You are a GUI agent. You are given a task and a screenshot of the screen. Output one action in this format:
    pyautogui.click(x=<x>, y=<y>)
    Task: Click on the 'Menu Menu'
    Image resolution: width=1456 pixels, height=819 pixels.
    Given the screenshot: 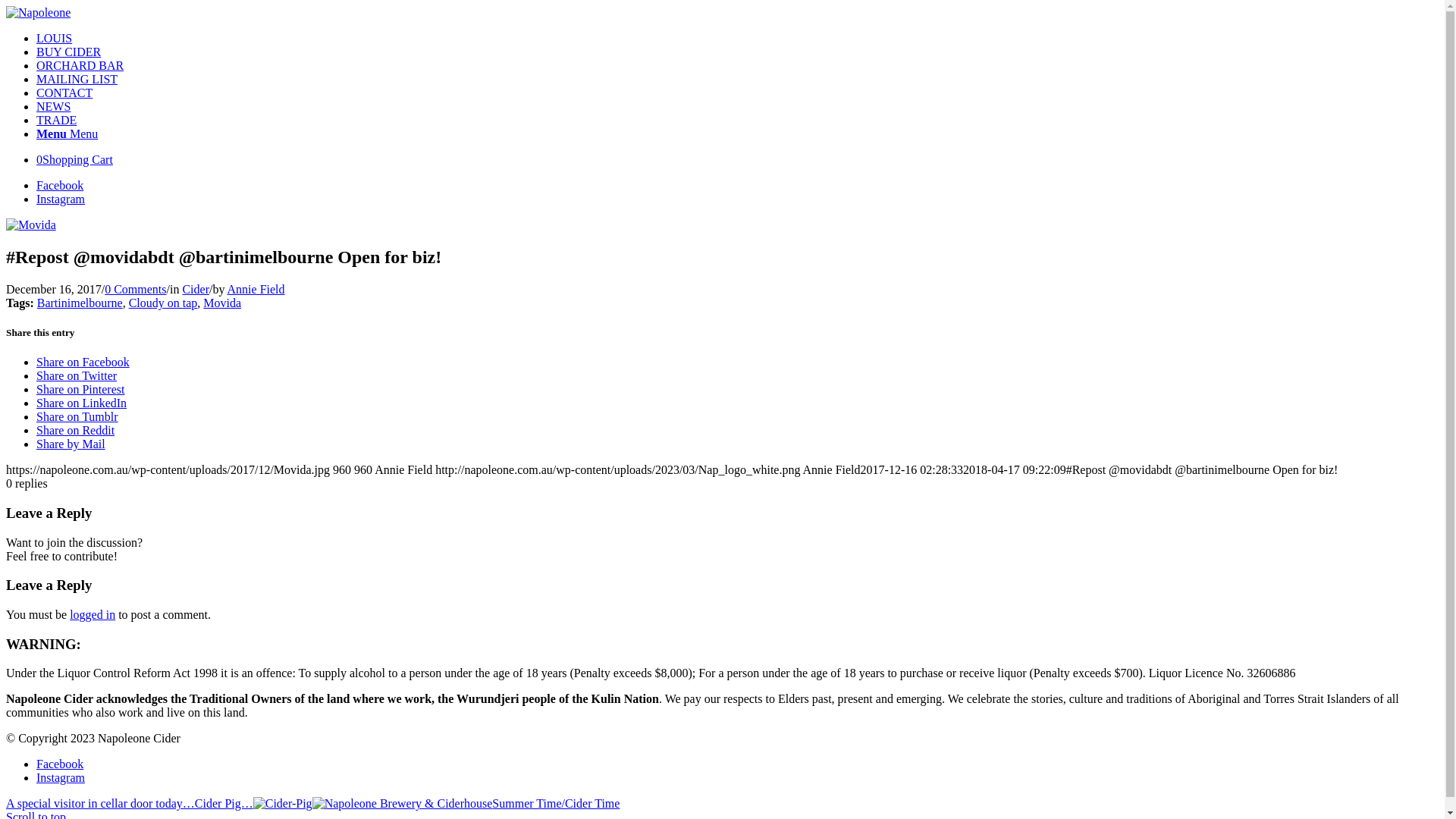 What is the action you would take?
    pyautogui.click(x=36, y=133)
    